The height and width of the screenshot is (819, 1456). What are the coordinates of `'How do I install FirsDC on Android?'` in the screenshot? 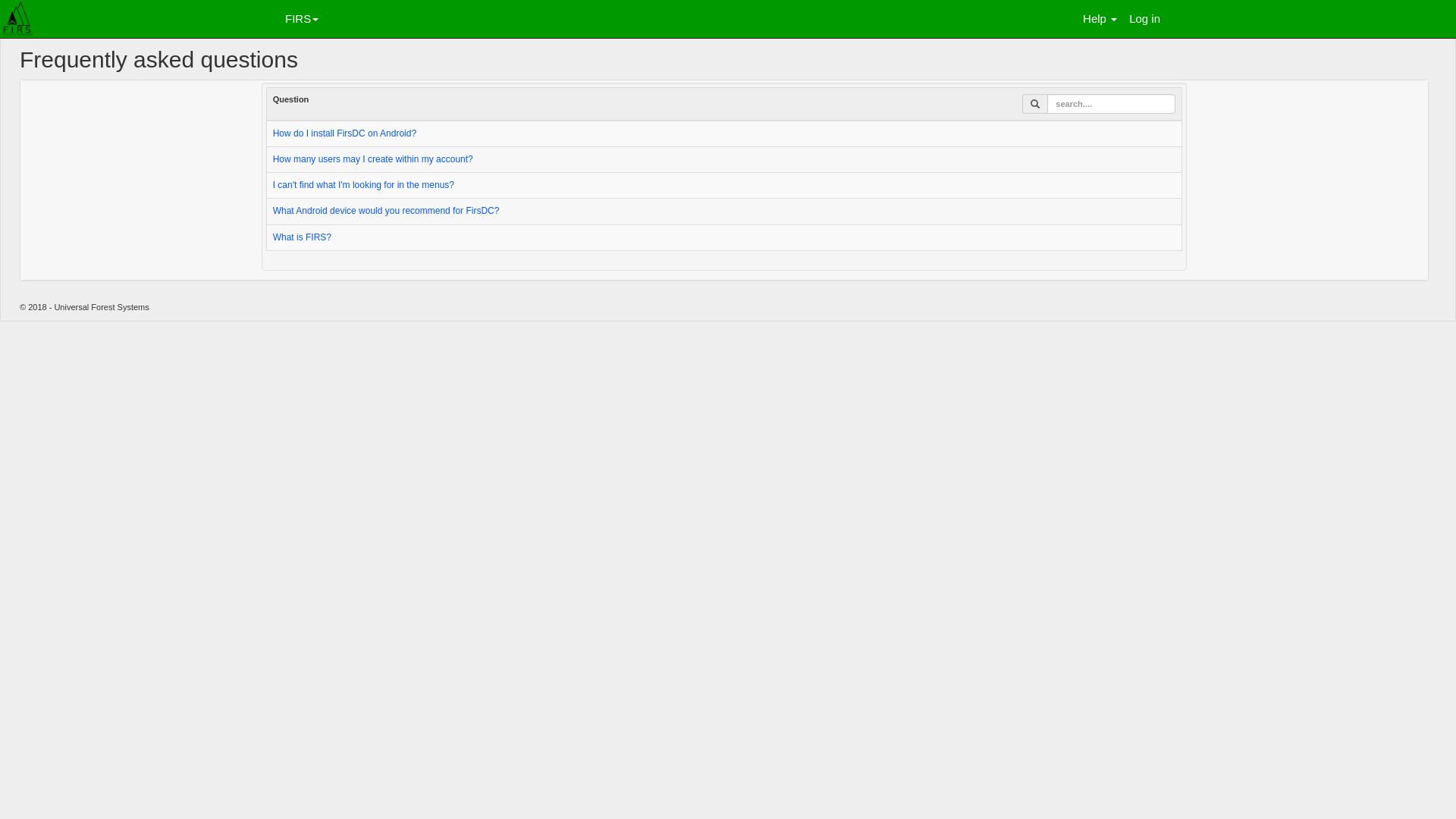 It's located at (344, 133).